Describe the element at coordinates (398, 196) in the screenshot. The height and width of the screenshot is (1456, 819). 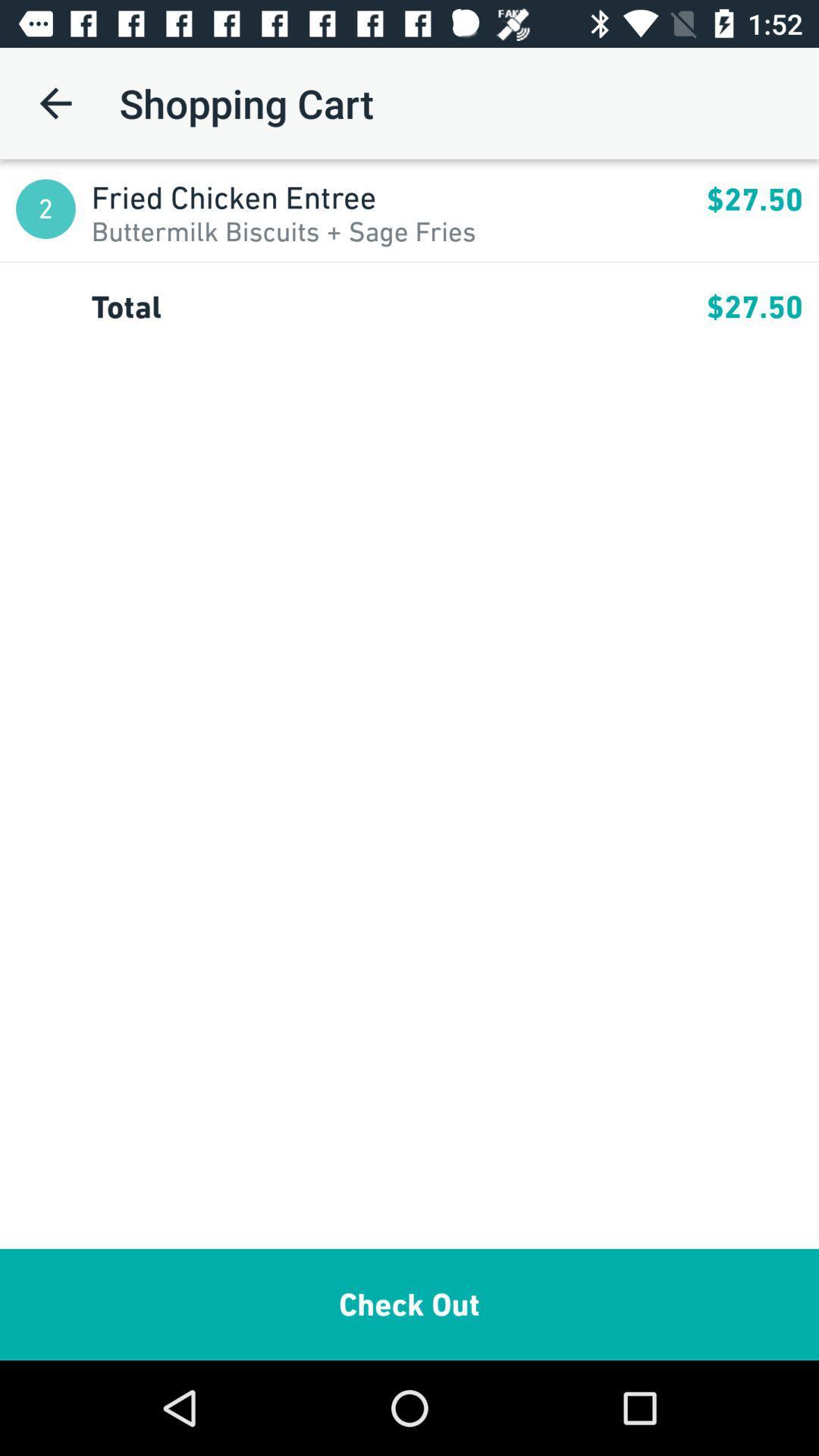
I see `icon next to the 2` at that location.